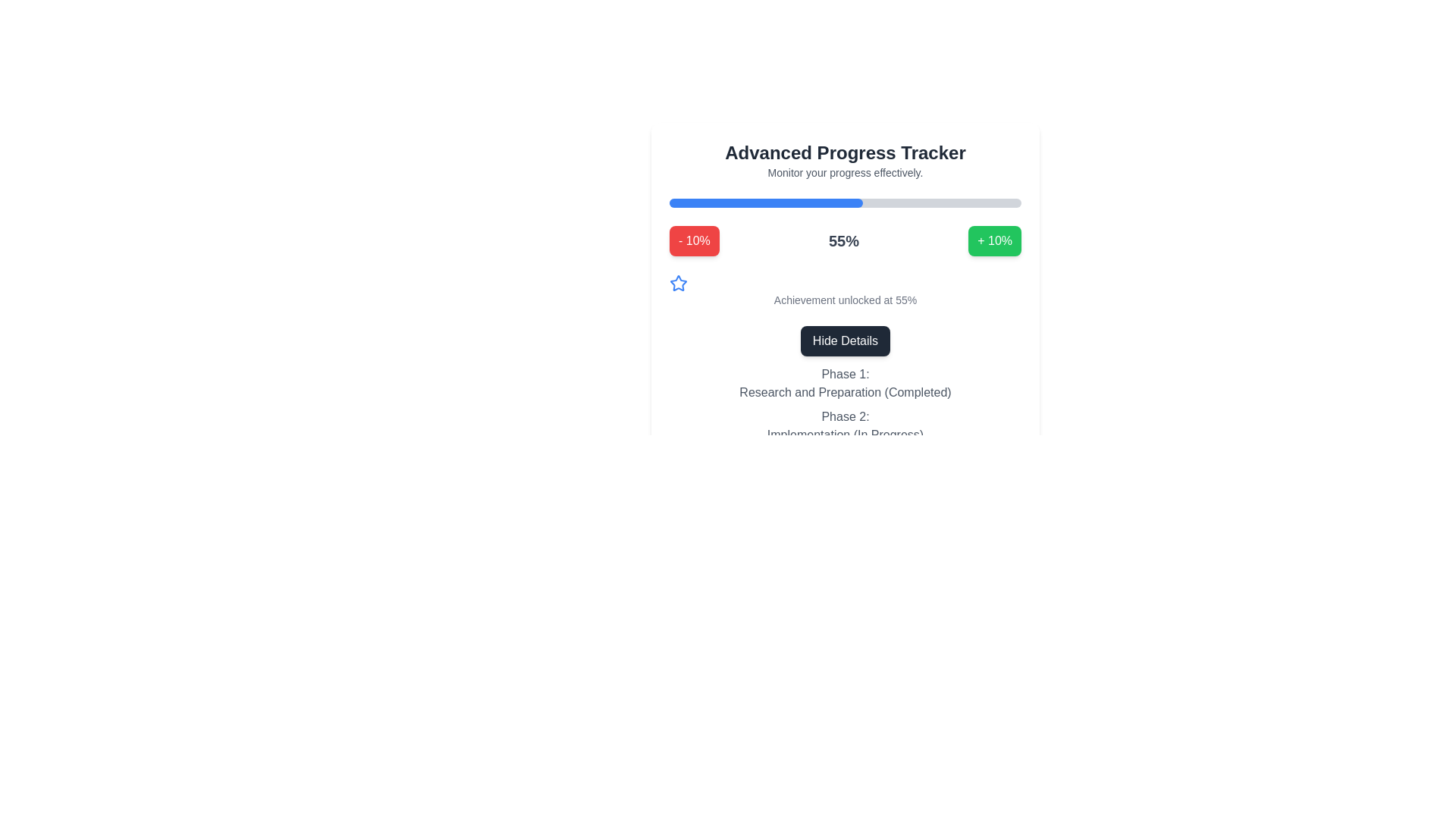 Image resolution: width=1456 pixels, height=819 pixels. I want to click on the red button displaying '- 10%' to trigger the hover style effect, so click(693, 240).